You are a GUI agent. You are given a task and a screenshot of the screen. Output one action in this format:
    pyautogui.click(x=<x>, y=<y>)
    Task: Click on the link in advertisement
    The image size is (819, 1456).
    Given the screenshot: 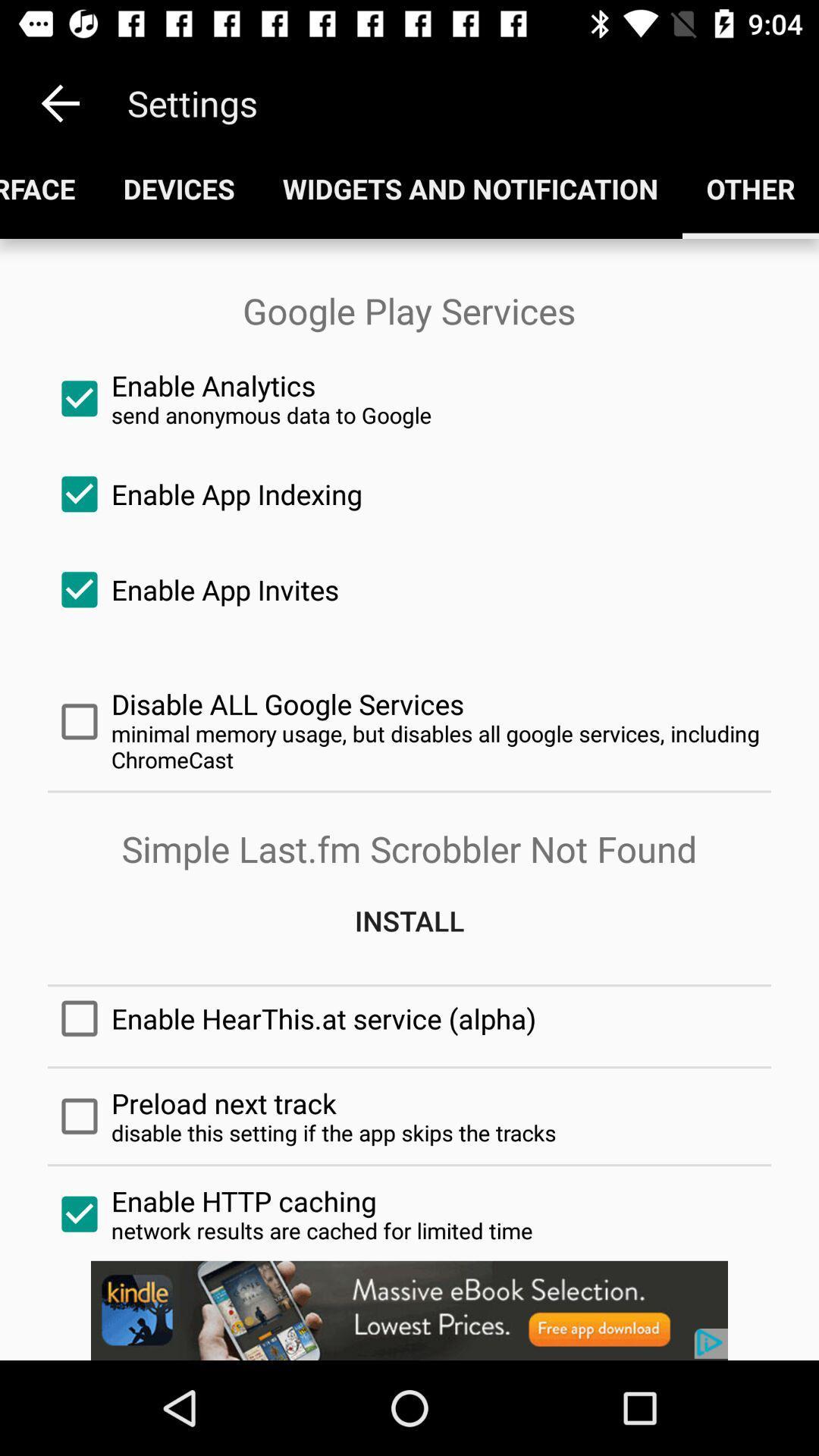 What is the action you would take?
    pyautogui.click(x=409, y=1310)
    